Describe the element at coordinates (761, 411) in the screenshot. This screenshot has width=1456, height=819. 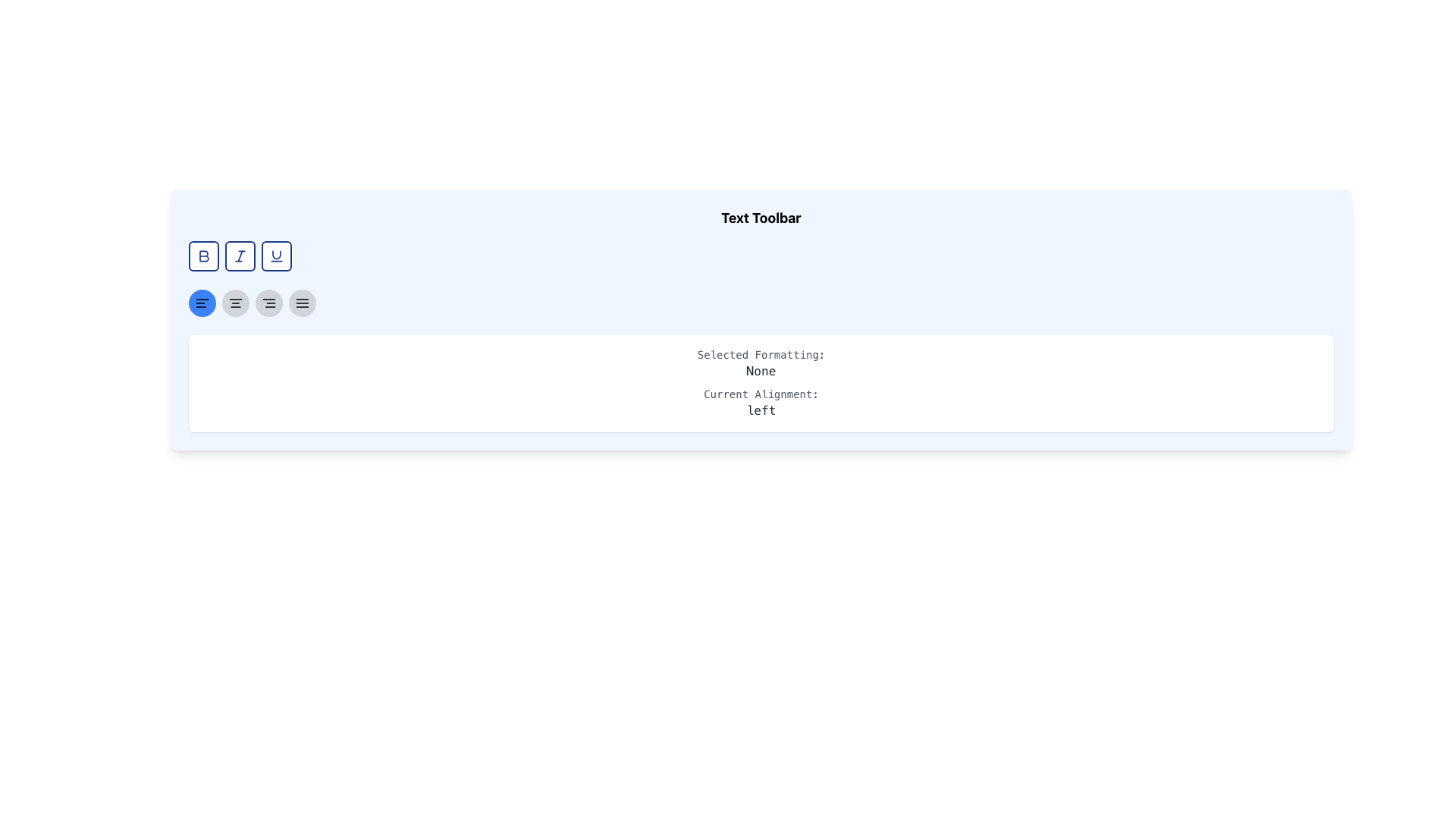
I see `the Text Label displaying 'left', which is aligned below the 'Current Alignment:' label in dark gray color, indicating the current alignment setting` at that location.